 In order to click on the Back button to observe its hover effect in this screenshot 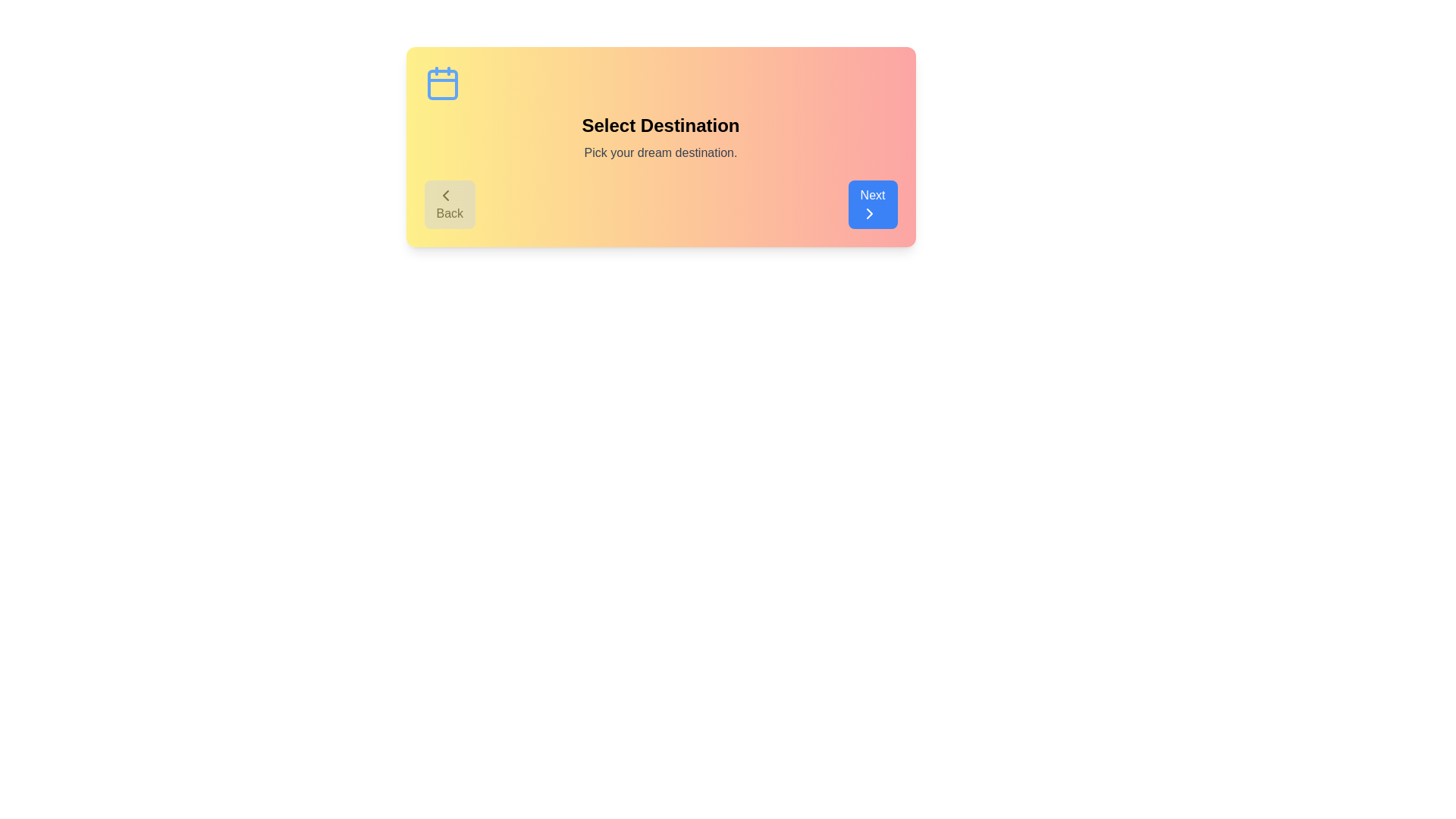, I will do `click(449, 205)`.